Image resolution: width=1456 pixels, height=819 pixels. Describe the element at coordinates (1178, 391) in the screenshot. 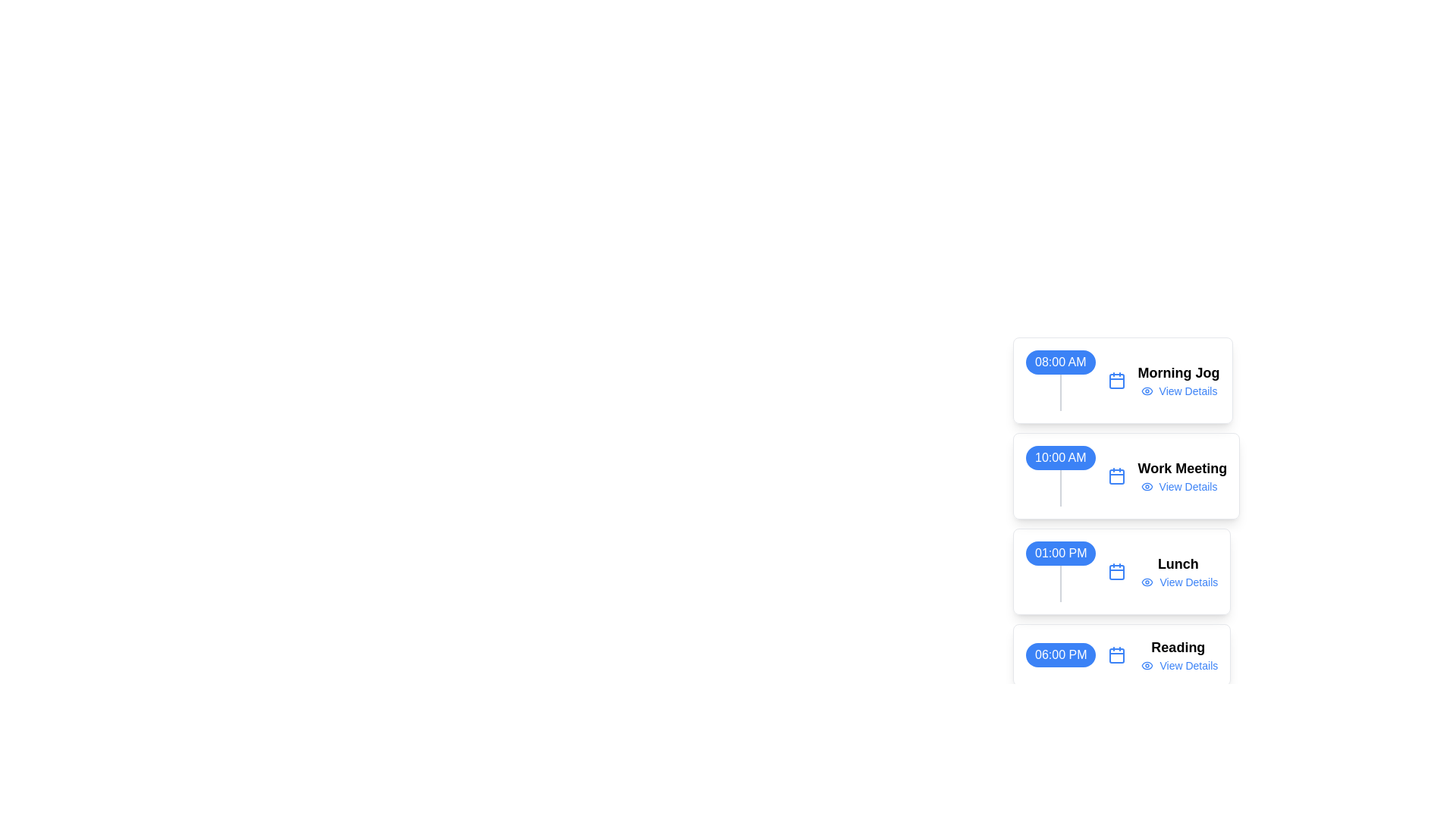

I see `the 'View Details' hyperlink with an eye icon located below 'Morning Jog'` at that location.